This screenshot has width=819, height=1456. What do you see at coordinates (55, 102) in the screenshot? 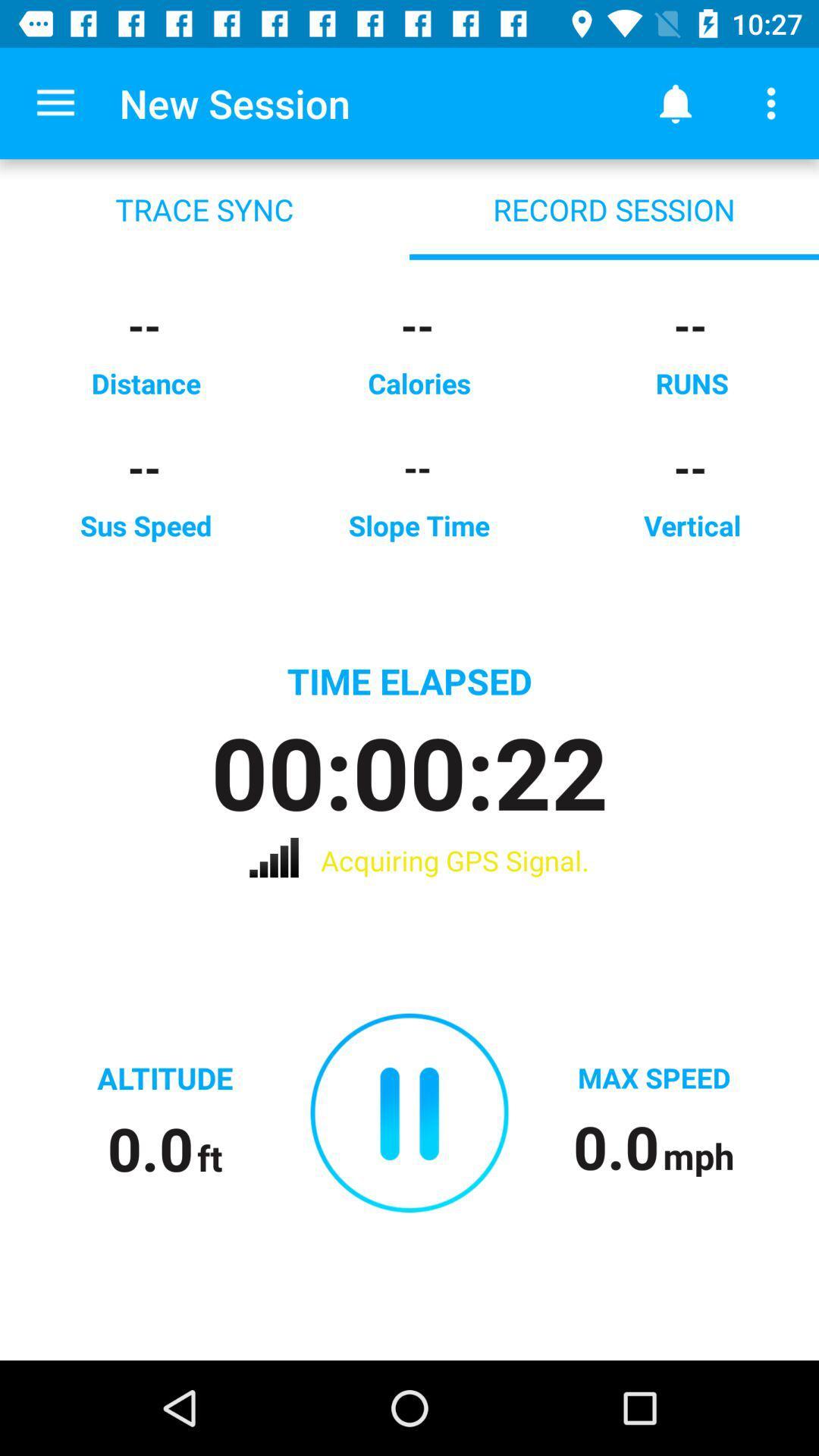
I see `the icon above the trace sync icon` at bounding box center [55, 102].